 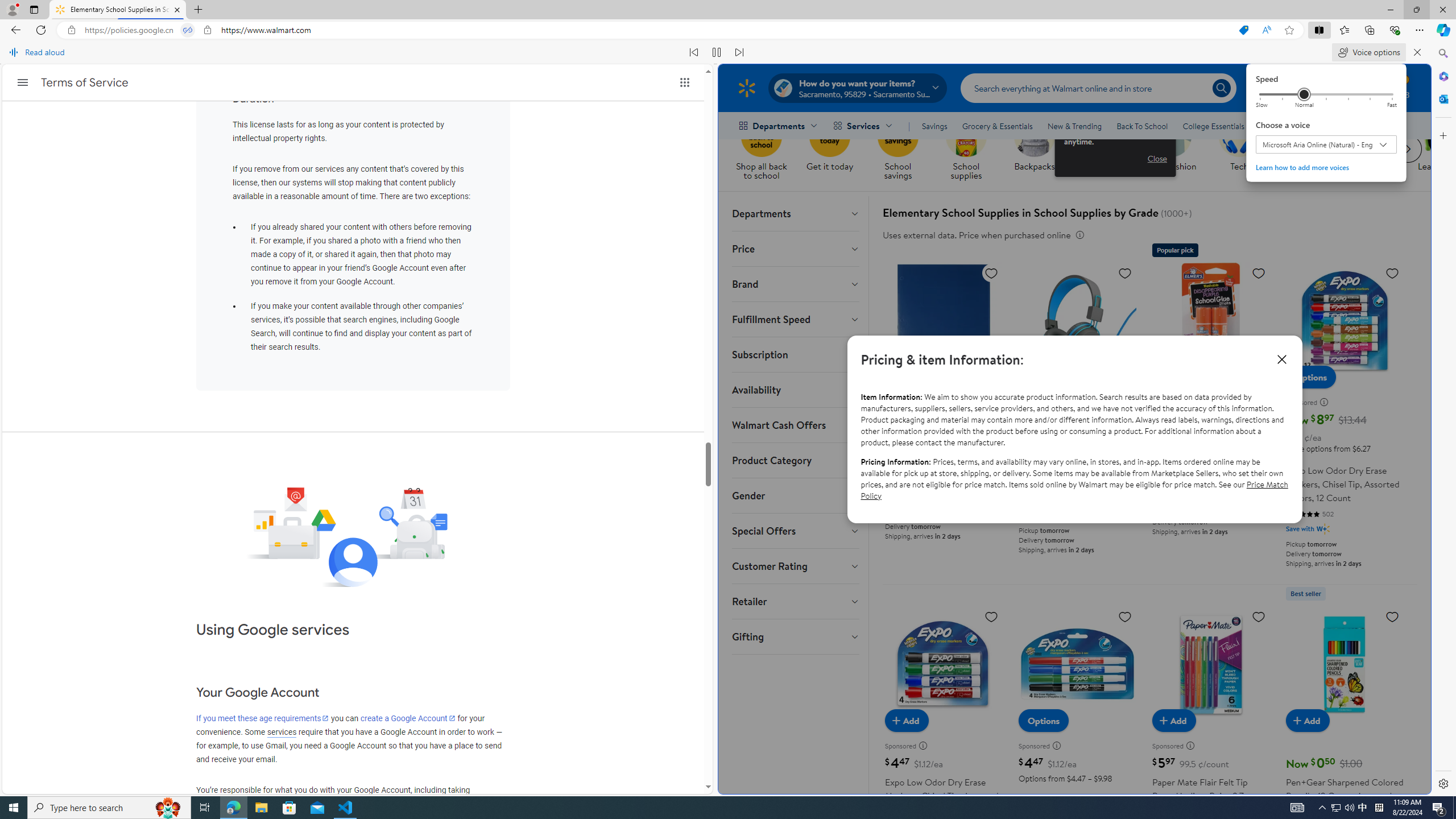 What do you see at coordinates (1454, 806) in the screenshot?
I see `'Show desktop'` at bounding box center [1454, 806].